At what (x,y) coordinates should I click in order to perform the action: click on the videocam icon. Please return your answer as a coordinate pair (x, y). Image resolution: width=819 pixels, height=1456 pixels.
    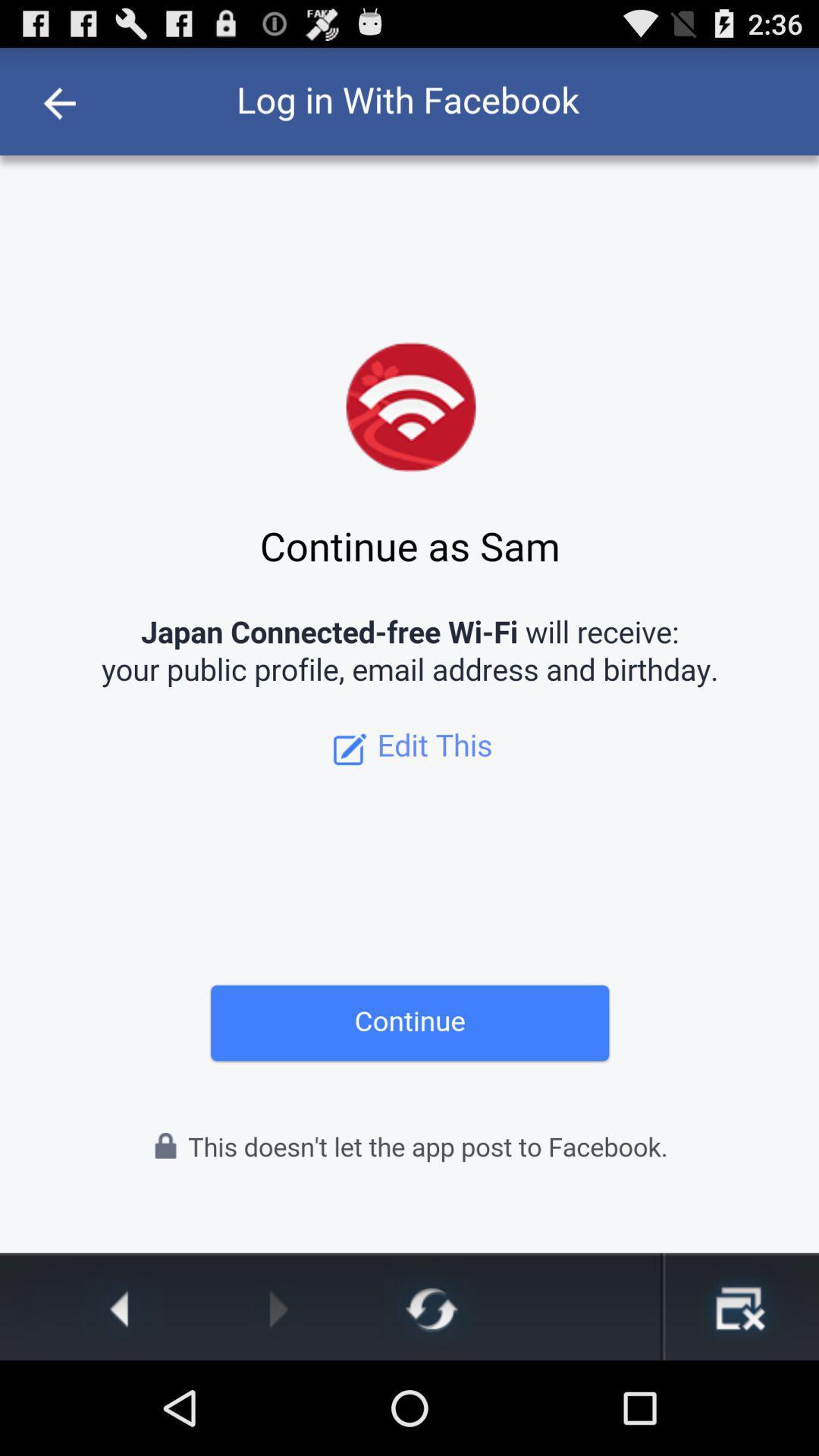
    Looking at the image, I should click on (739, 1400).